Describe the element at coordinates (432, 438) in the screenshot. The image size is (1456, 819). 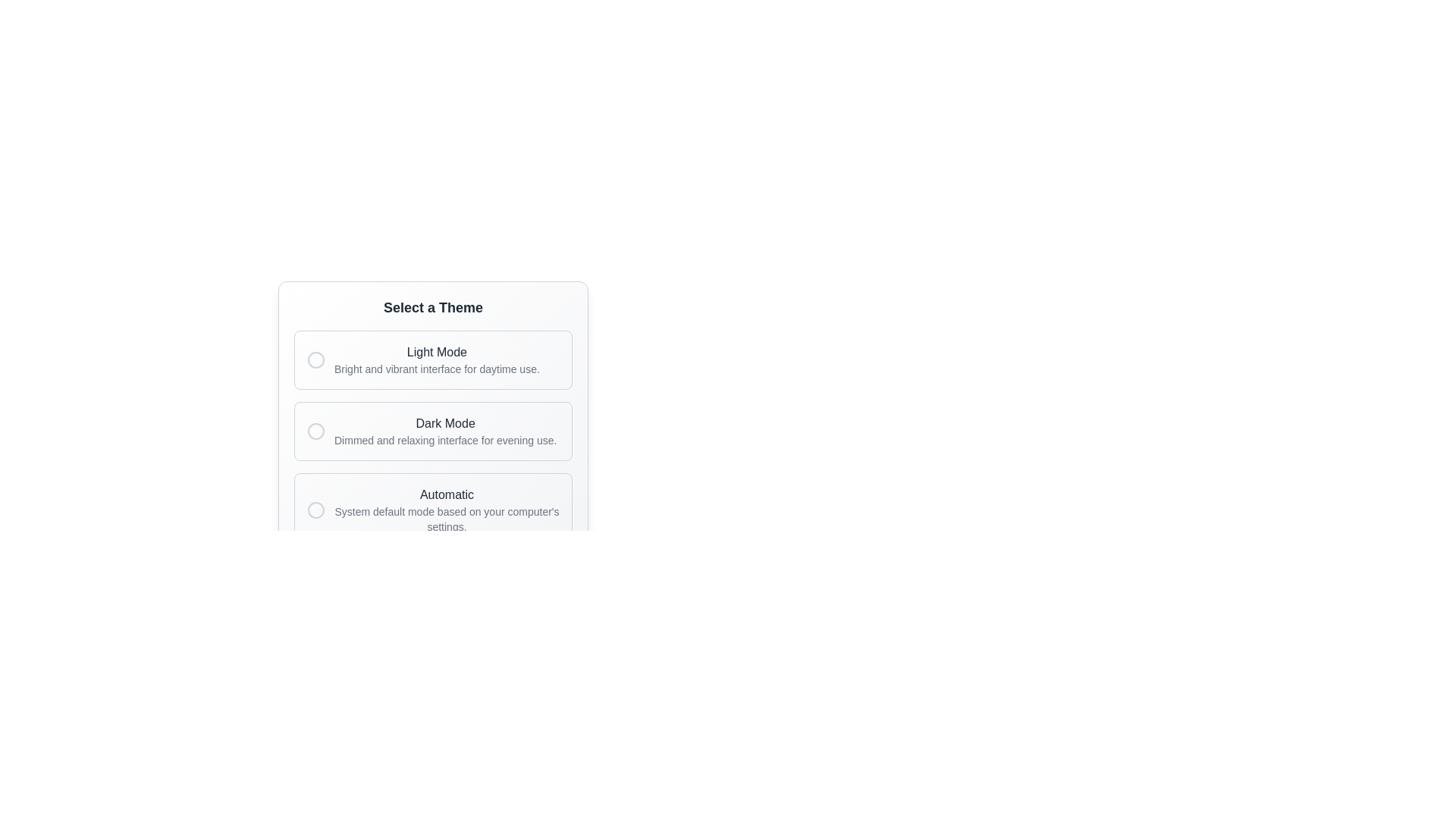
I see `the Selectable Option Group within the modal that allows users` at that location.